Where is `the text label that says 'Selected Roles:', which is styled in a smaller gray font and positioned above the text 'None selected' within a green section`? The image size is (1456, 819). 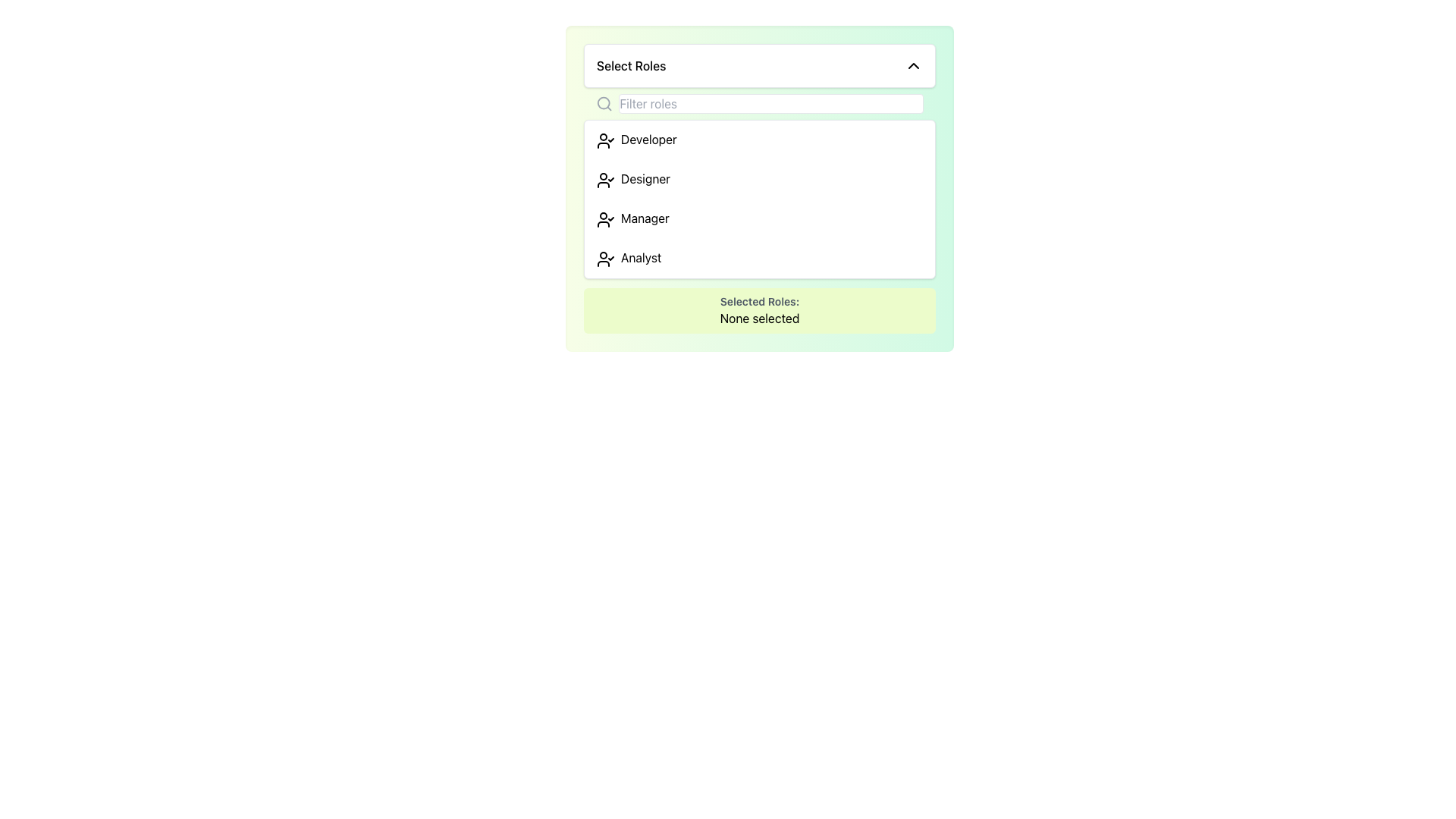
the text label that says 'Selected Roles:', which is styled in a smaller gray font and positioned above the text 'None selected' within a green section is located at coordinates (760, 301).